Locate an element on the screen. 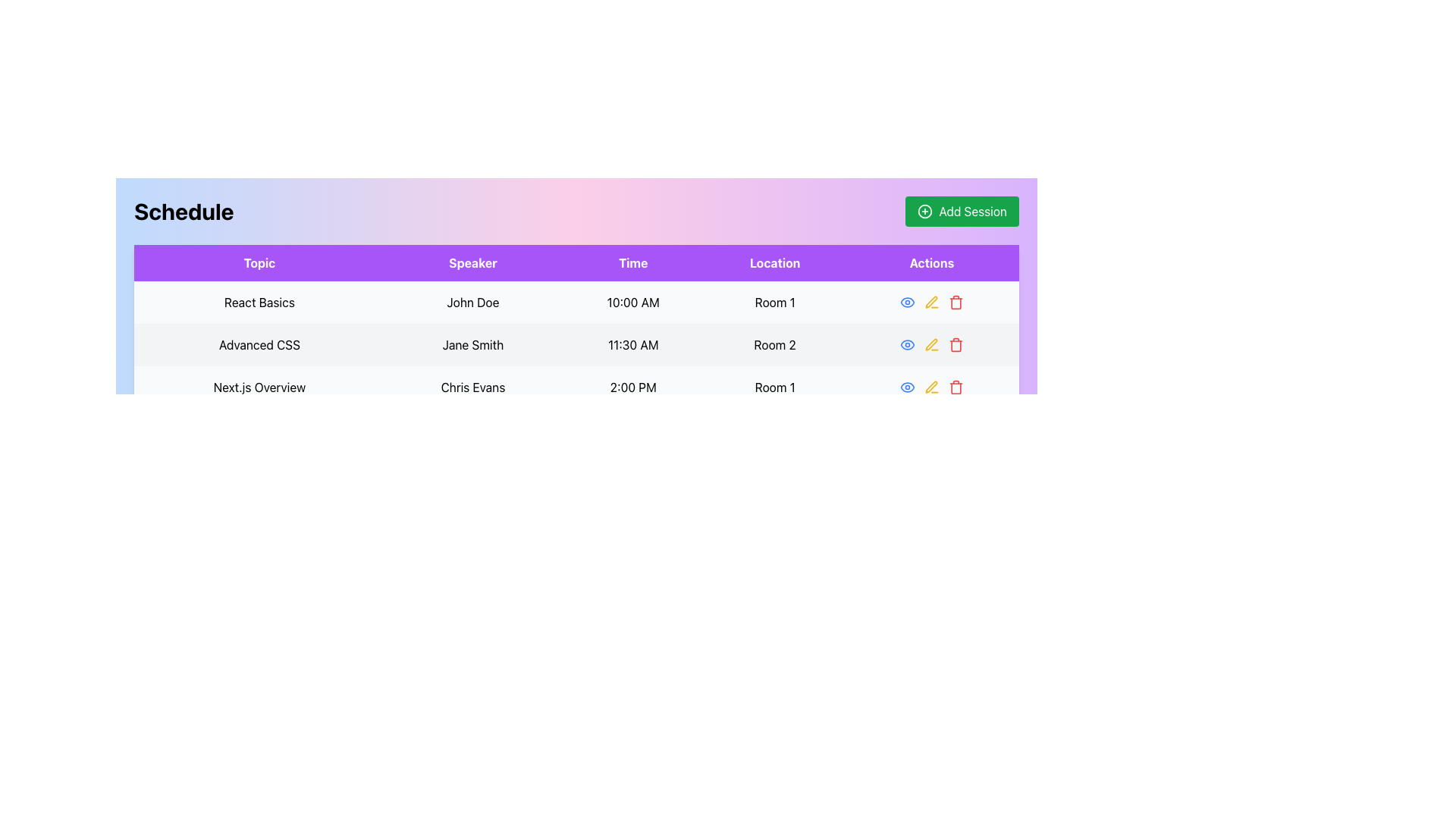 The image size is (1456, 819). the 'Add Session' button with a green background and white text, located at the top-right corner next to the 'Schedule' title is located at coordinates (962, 211).